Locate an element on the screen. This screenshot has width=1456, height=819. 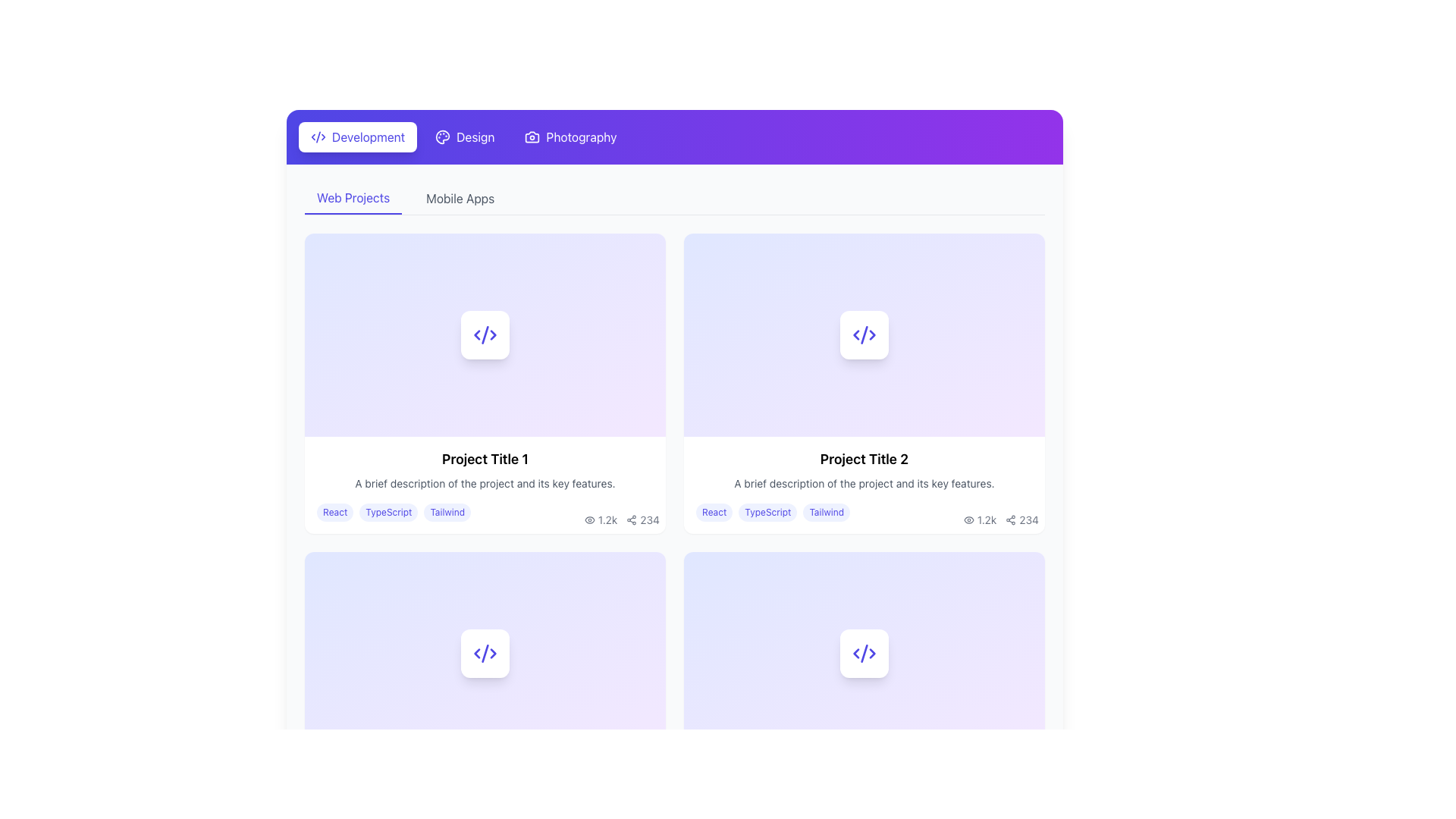
the leftwards pointing arrow icon, which is the second in a group of three arrows, located centrally at the top of the Project Title card in the Web Projects section is located at coordinates (476, 334).